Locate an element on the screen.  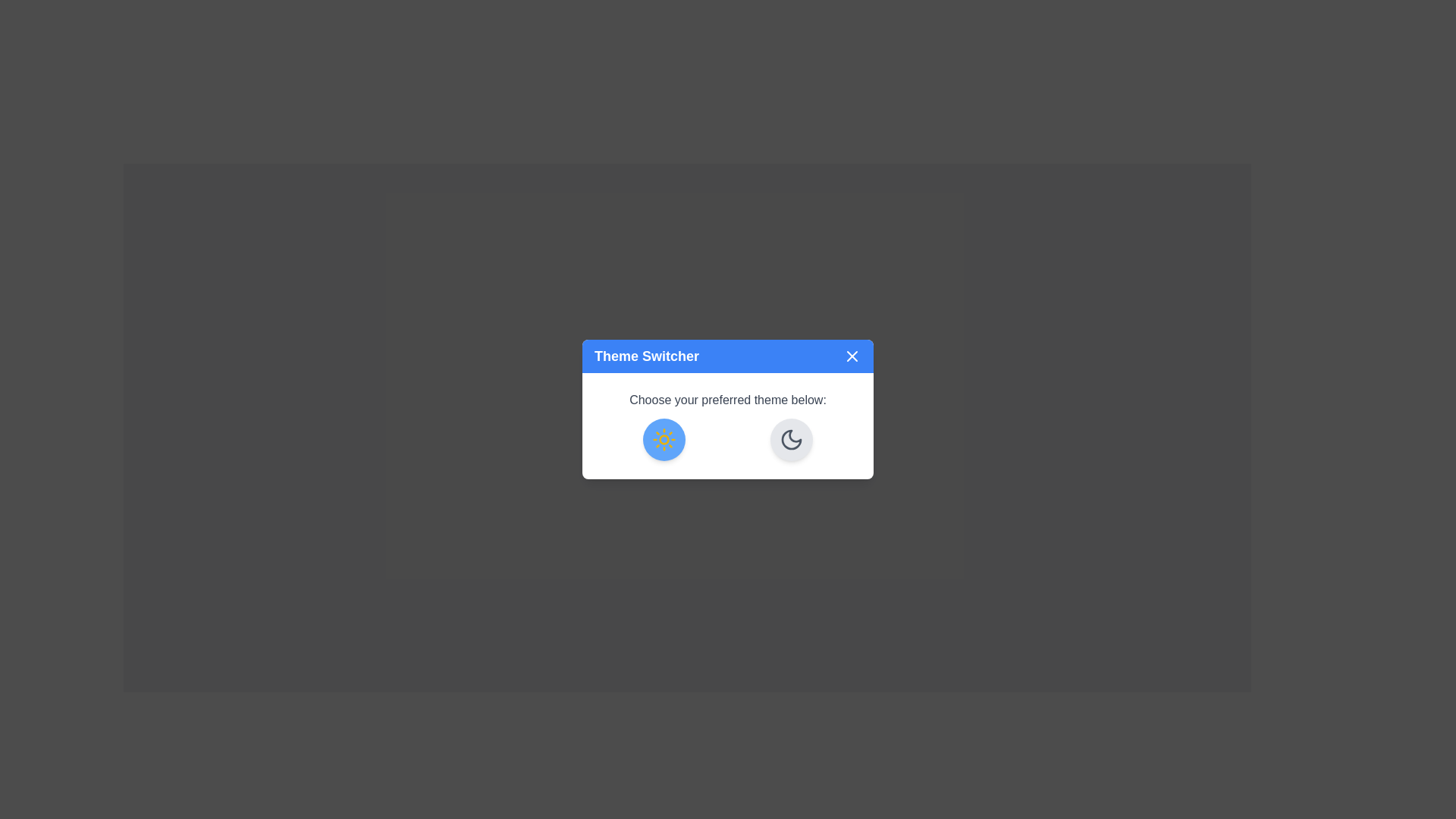
the dark mode switch button located on the right side of the Theme Switcher interface is located at coordinates (790, 439).